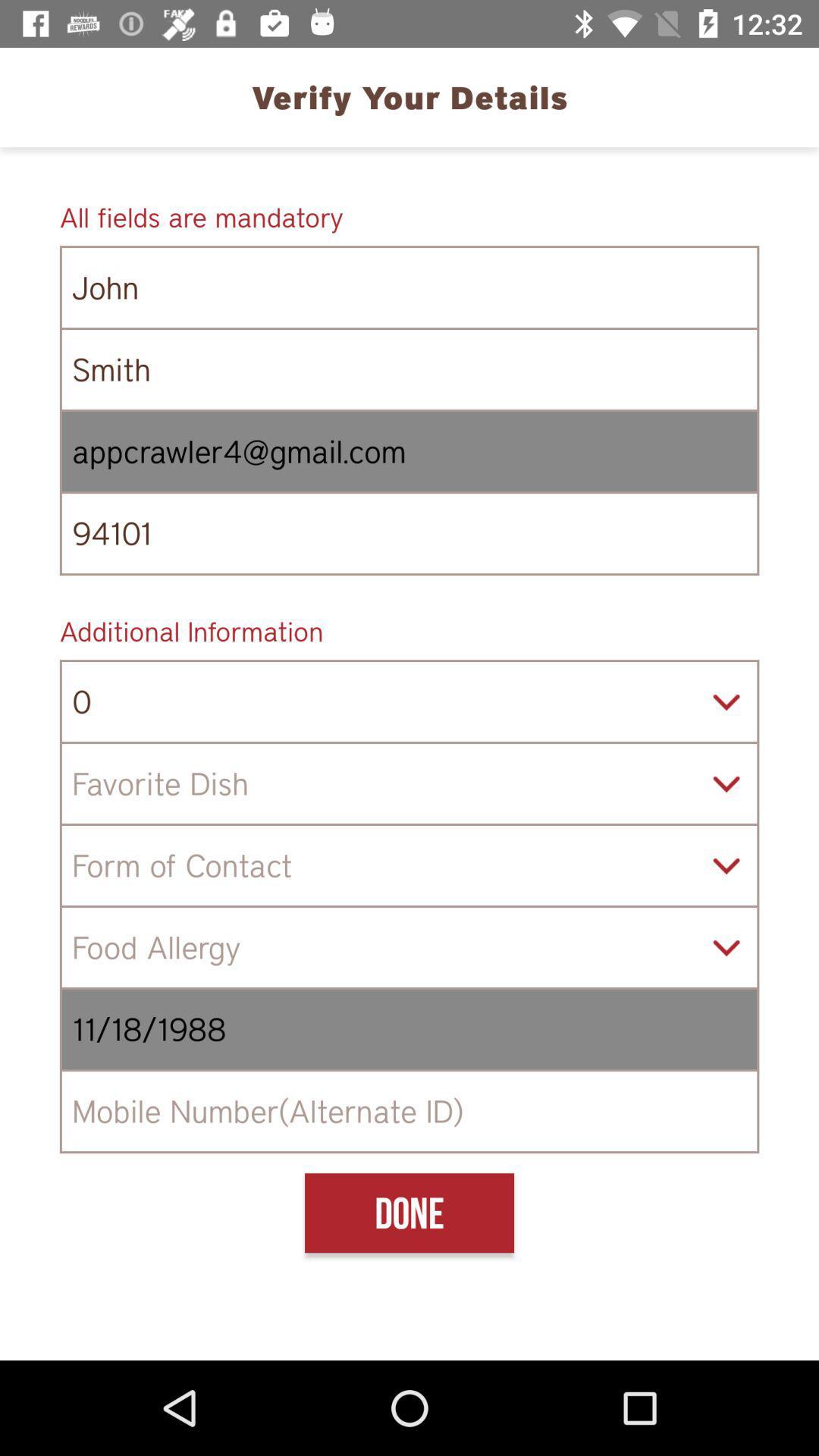 The image size is (819, 1456). I want to click on drop down to choose a question, so click(409, 783).